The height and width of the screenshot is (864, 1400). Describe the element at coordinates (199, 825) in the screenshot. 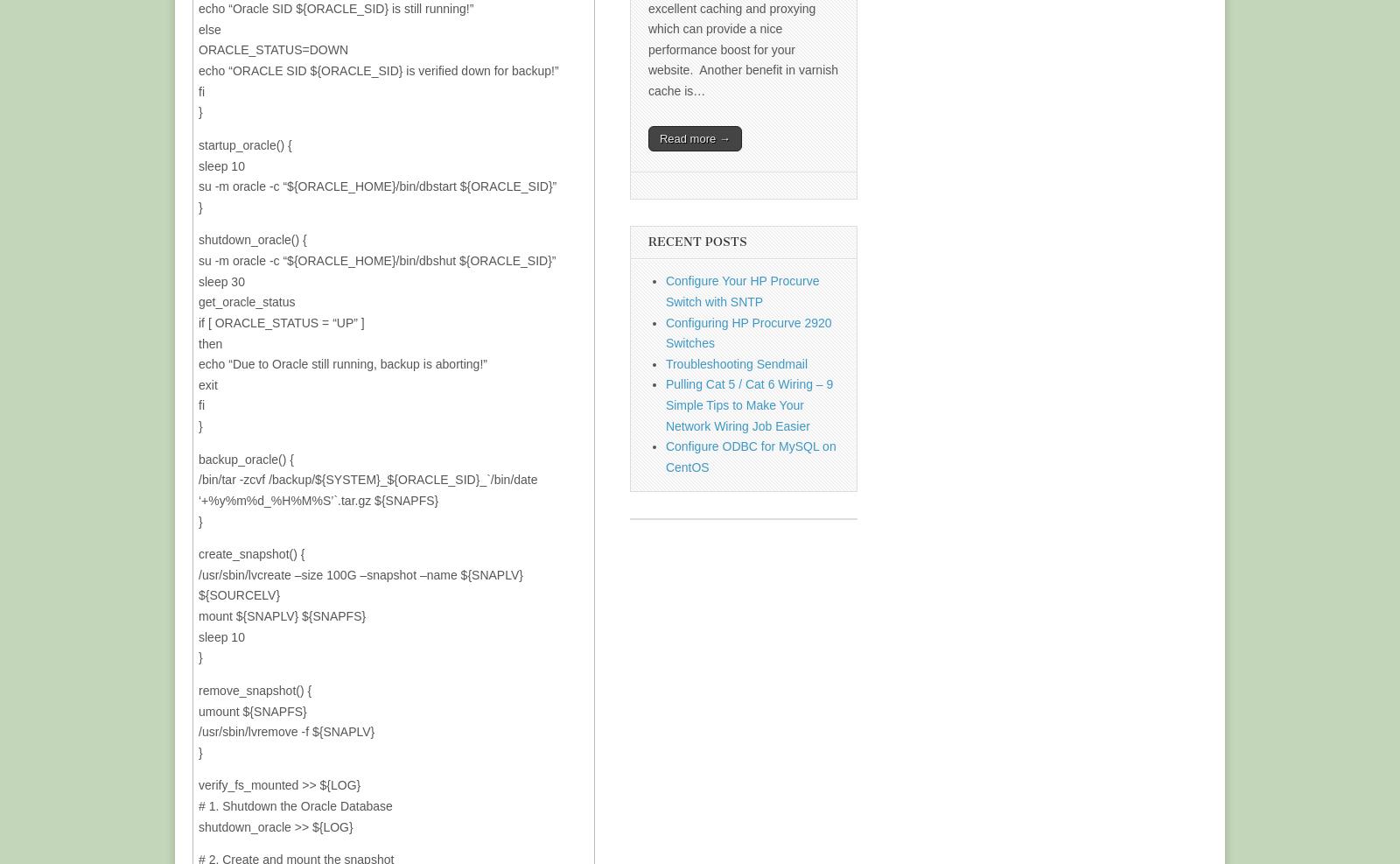

I see `'shutdown_oracle >> ${LOG}'` at that location.